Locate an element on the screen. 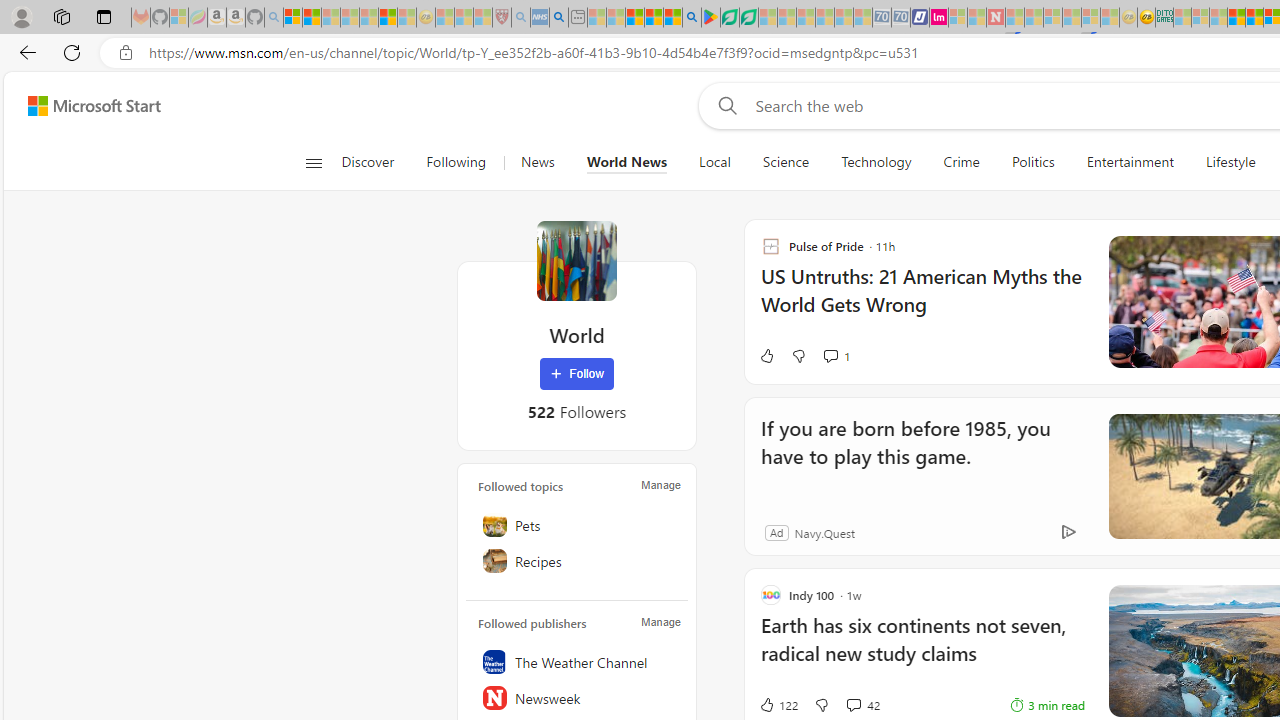 This screenshot has height=720, width=1280. 'Pets - MSN' is located at coordinates (654, 17).